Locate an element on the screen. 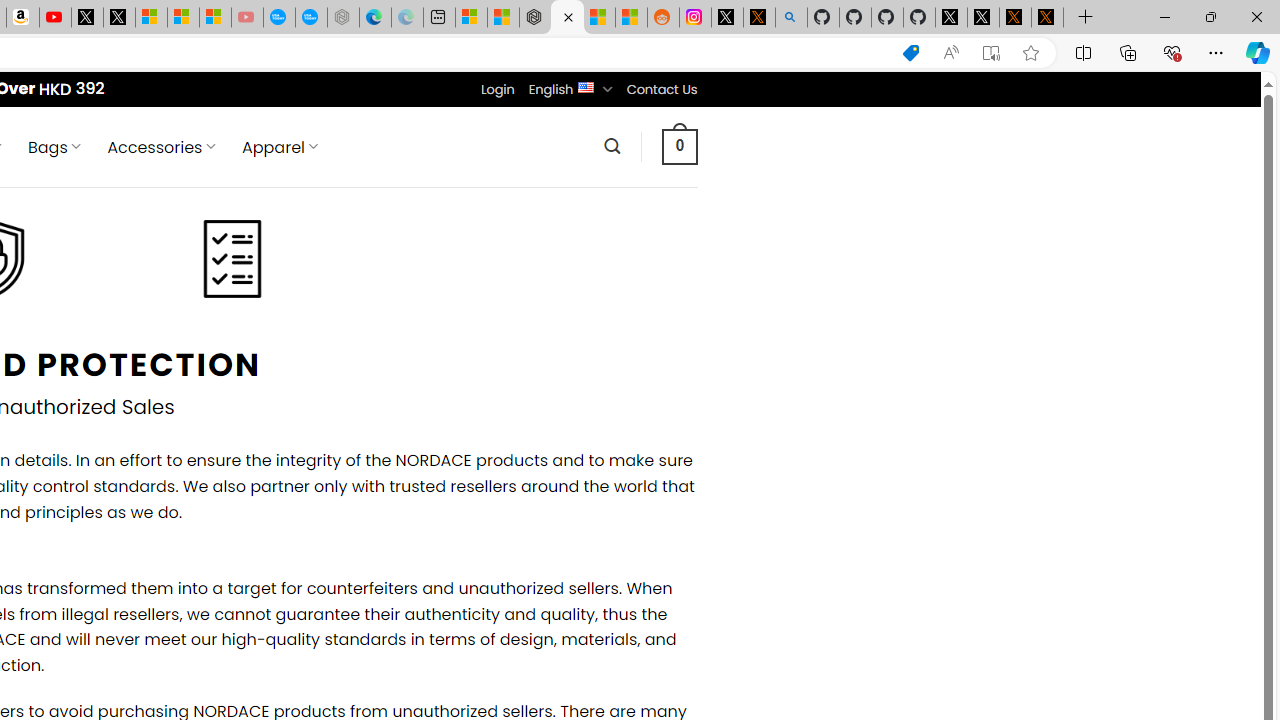 The image size is (1280, 720). 'Contact Us' is located at coordinates (661, 88).